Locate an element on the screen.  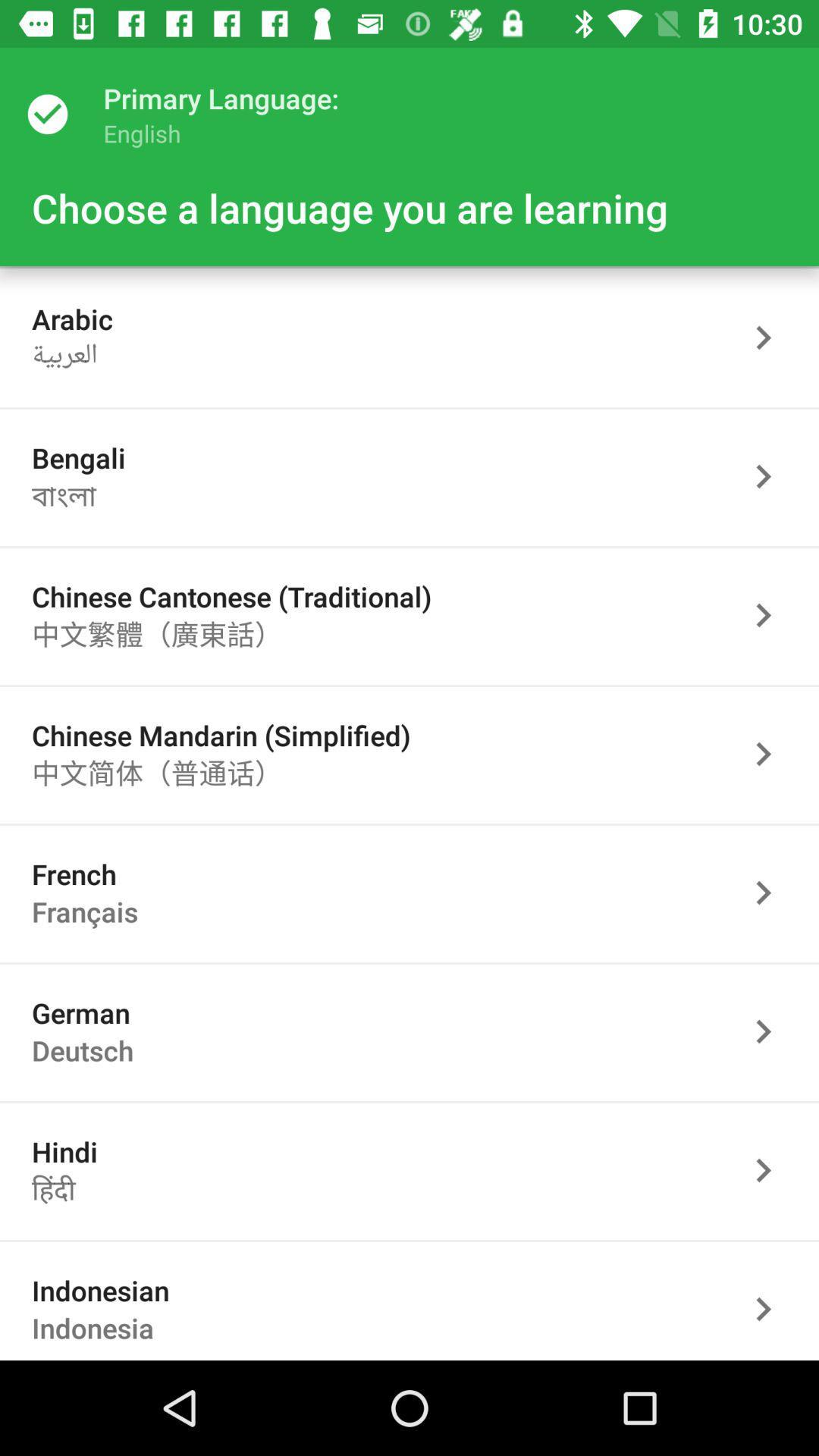
go forward button is located at coordinates (771, 475).